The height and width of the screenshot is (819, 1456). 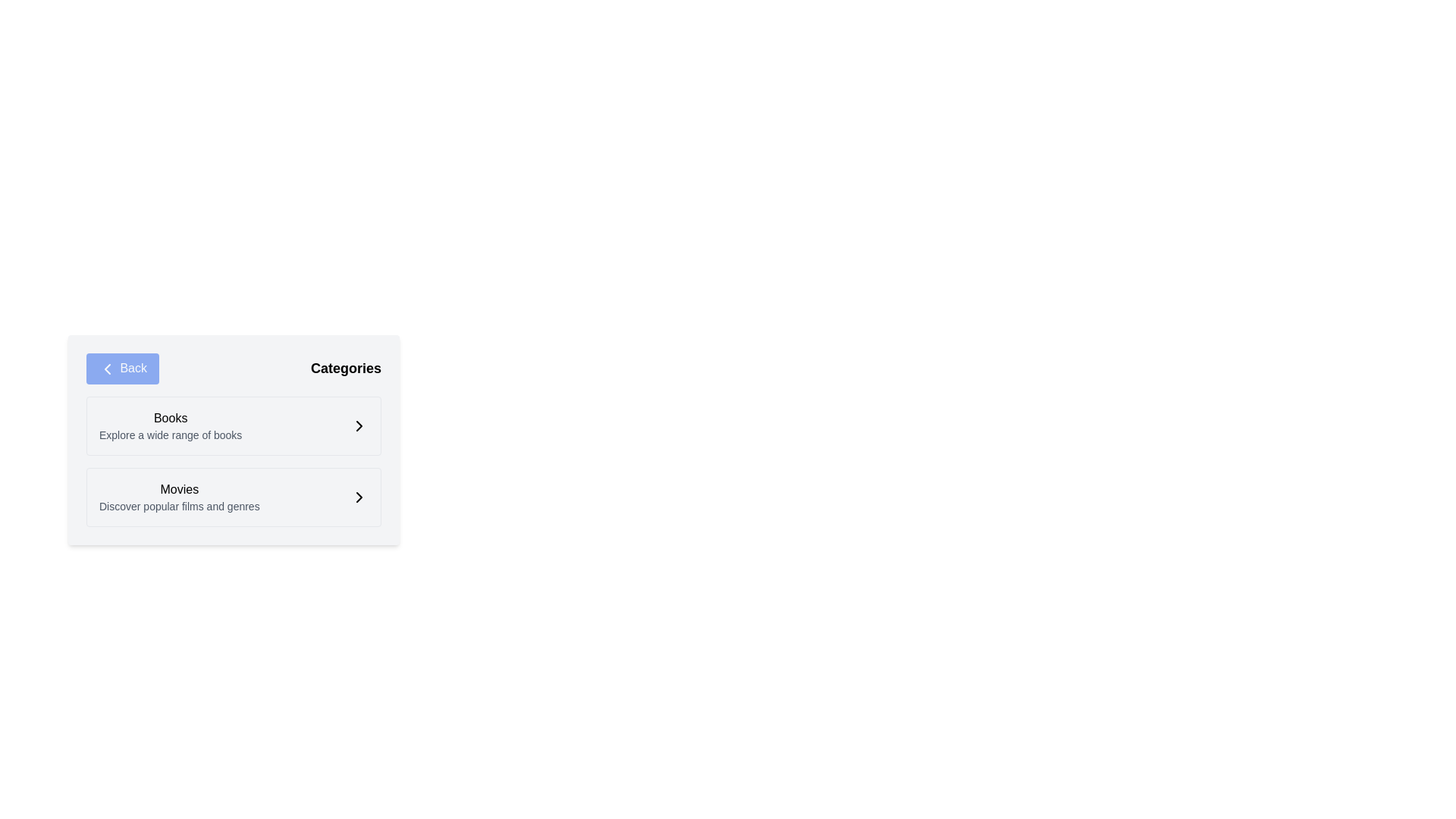 I want to click on the 'Movies' category item located within the 'Categories' section, which displays 'Movies' in bold text and a description beneath it, so click(x=179, y=497).